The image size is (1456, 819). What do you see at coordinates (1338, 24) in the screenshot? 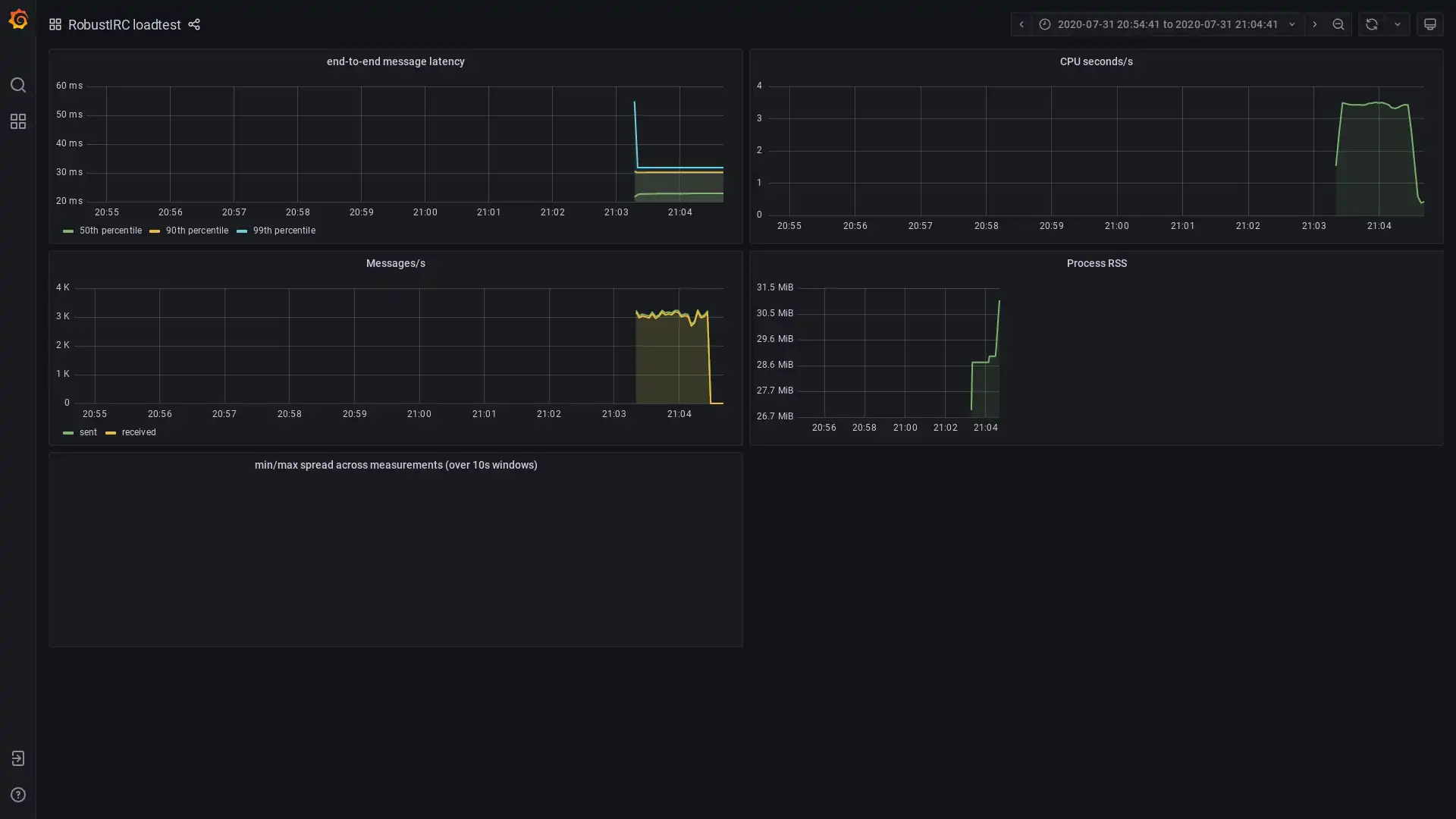
I see `Zoom out time range` at bounding box center [1338, 24].